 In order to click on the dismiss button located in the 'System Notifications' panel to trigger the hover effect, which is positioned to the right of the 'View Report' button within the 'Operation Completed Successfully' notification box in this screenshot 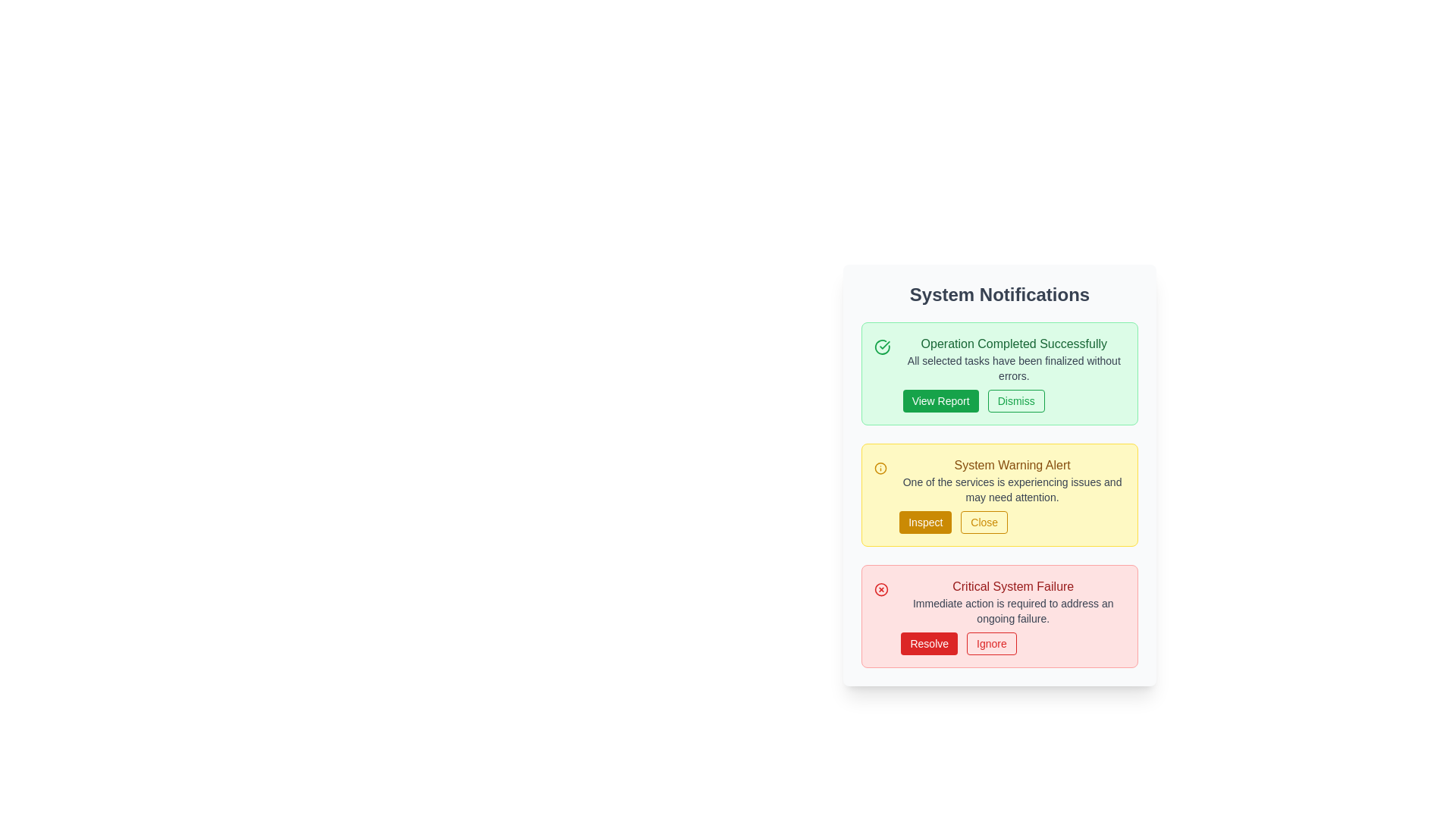, I will do `click(1016, 400)`.